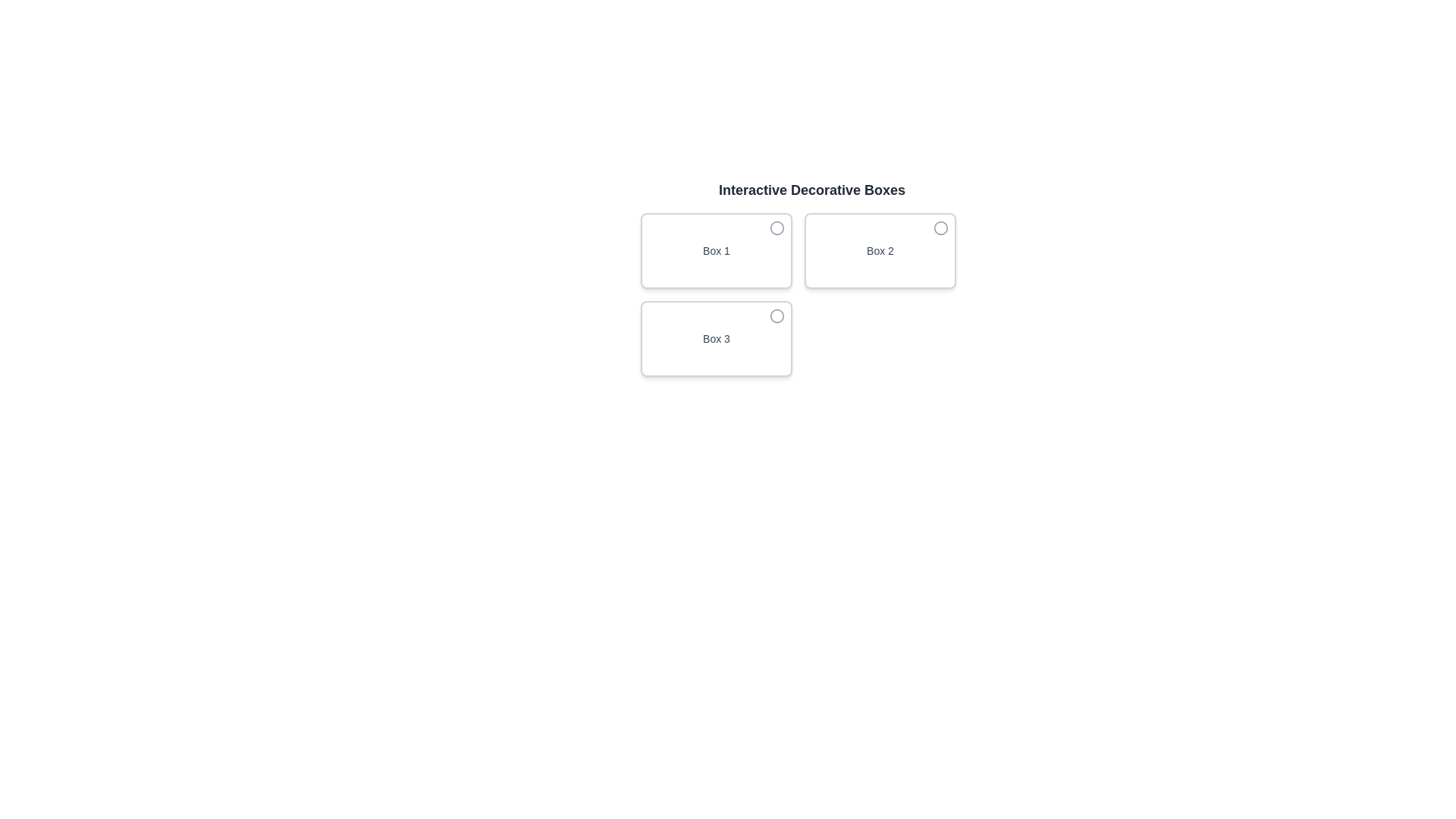 The image size is (1456, 819). What do you see at coordinates (777, 227) in the screenshot?
I see `the small circular icon in the top-right corner of the white rectangular box labeled 'Box 1'` at bounding box center [777, 227].